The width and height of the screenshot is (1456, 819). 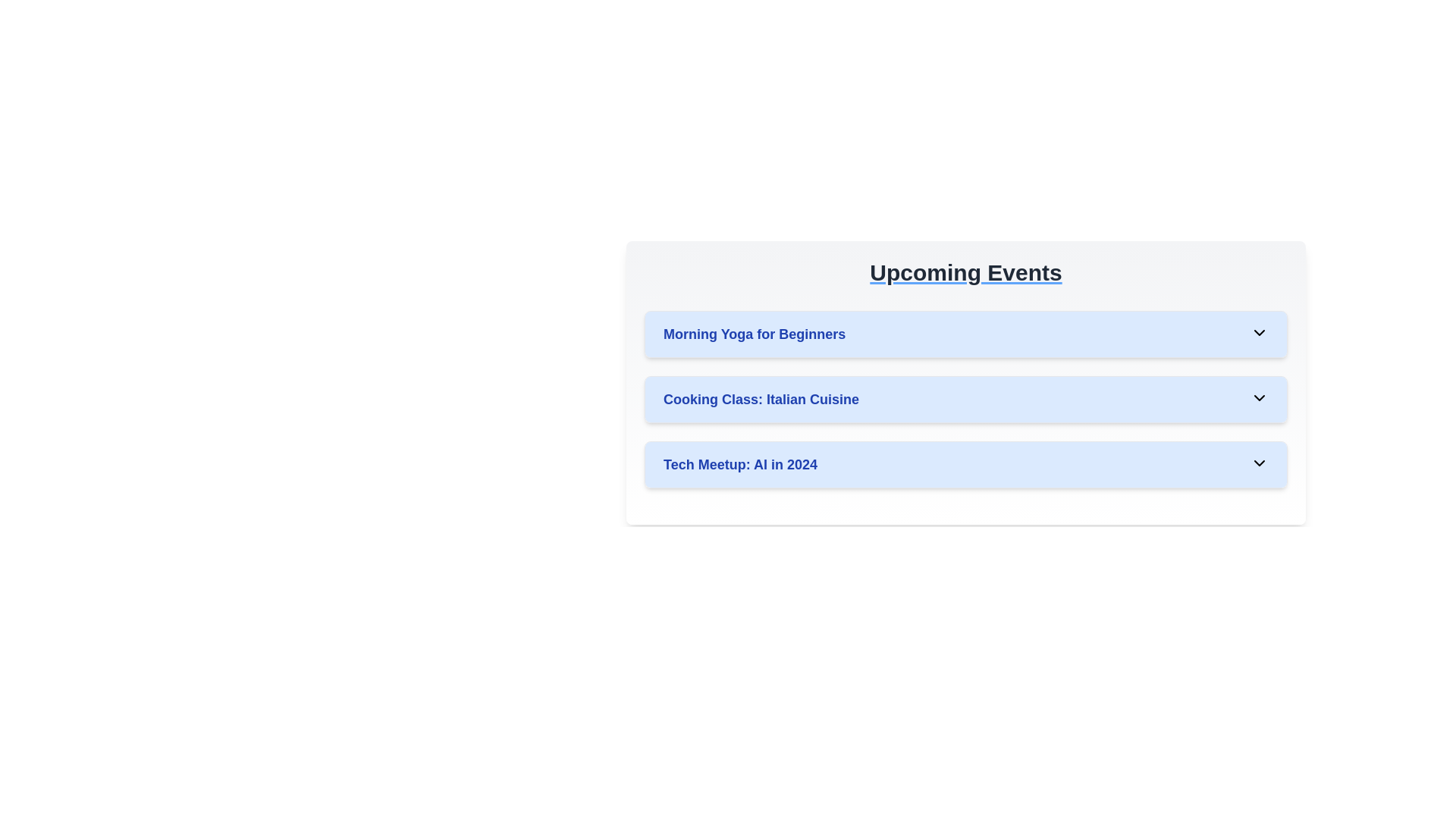 I want to click on the text label that serves as the title or heading for the events section, providing immediate understanding of the content displayed below, so click(x=965, y=271).